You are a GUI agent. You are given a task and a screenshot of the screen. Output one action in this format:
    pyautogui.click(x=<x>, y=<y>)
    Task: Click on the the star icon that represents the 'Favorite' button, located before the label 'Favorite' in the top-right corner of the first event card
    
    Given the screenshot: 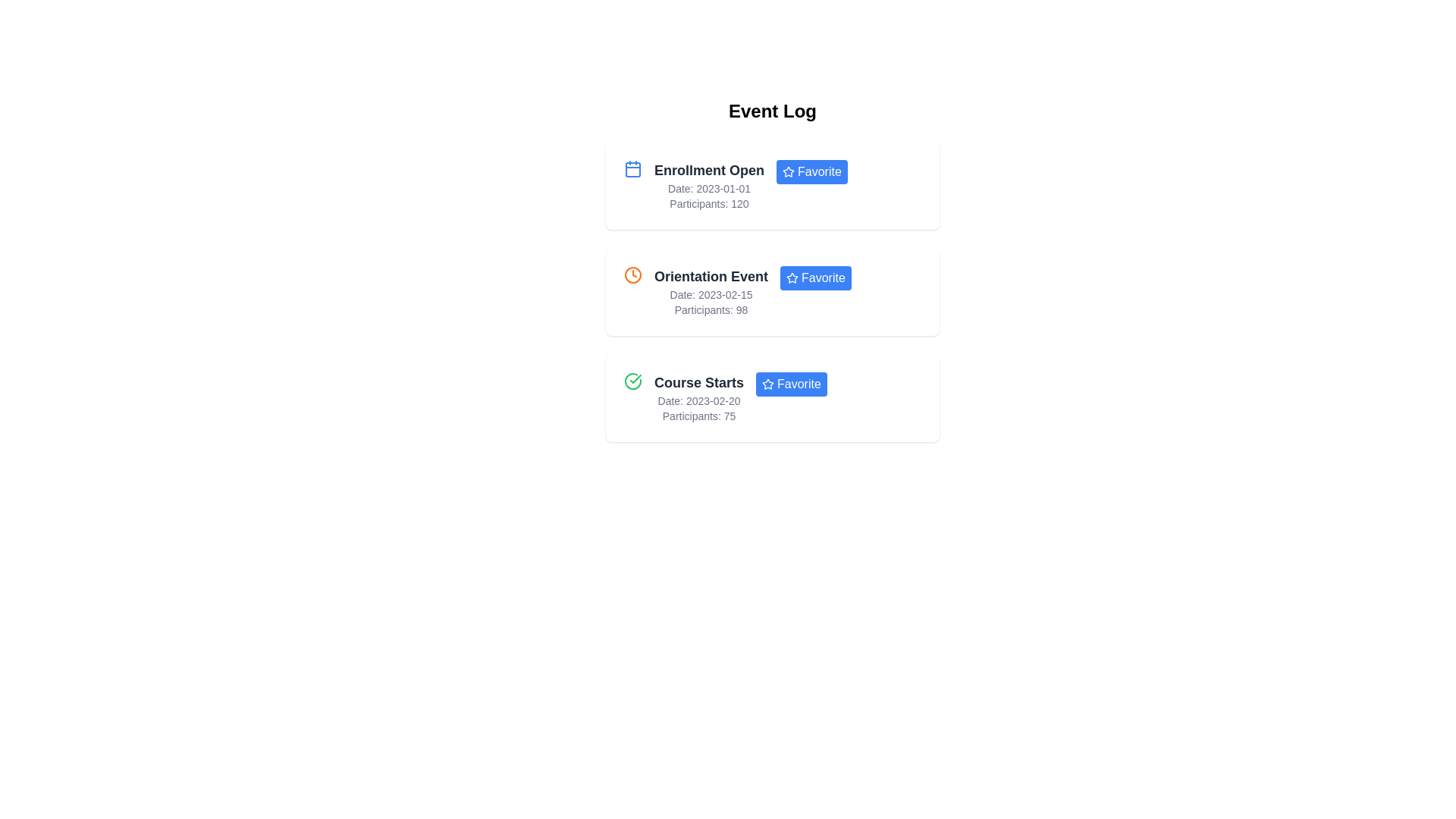 What is the action you would take?
    pyautogui.click(x=789, y=171)
    